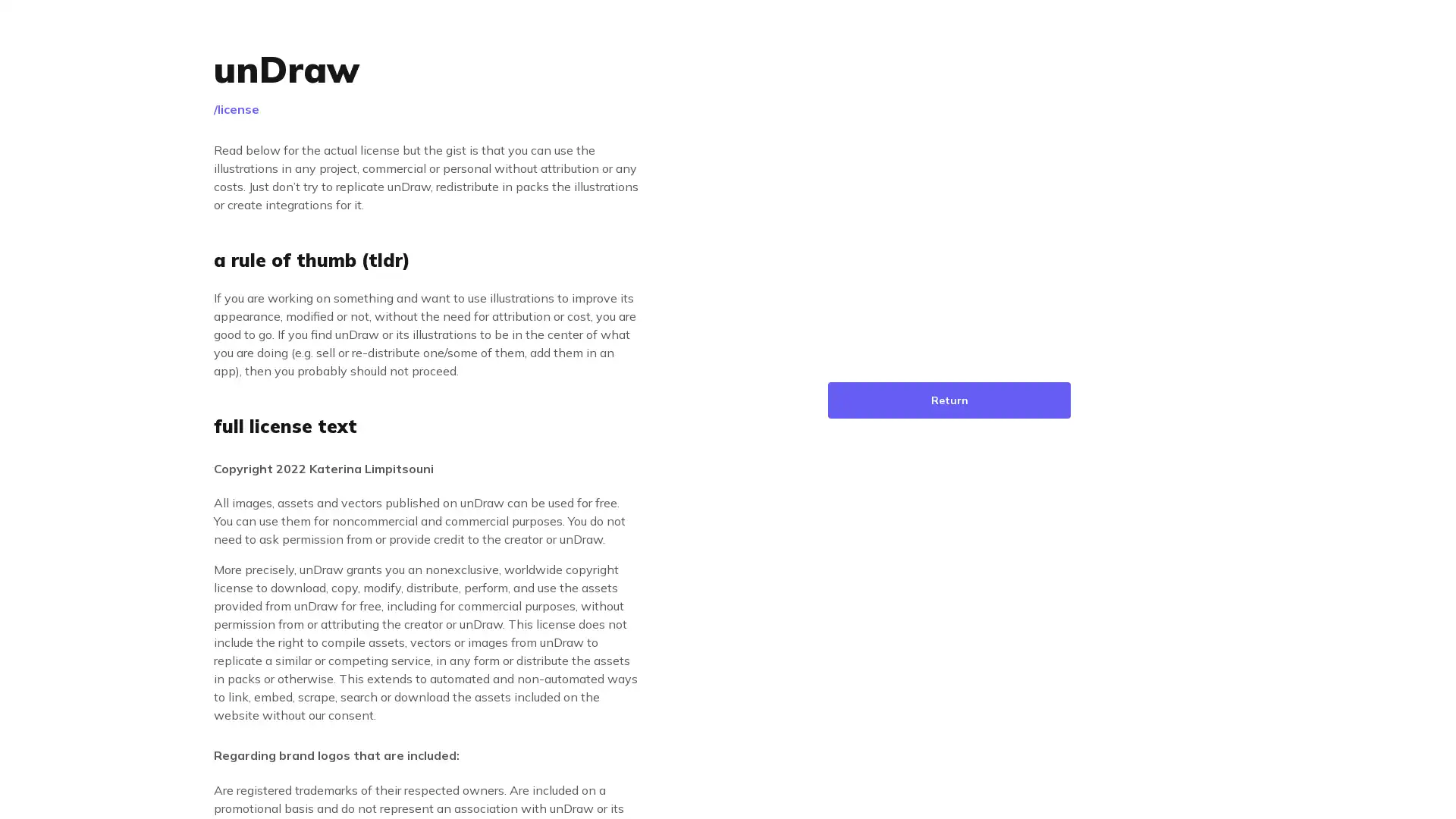 The image size is (1456, 819). Describe the element at coordinates (949, 400) in the screenshot. I see `Return` at that location.